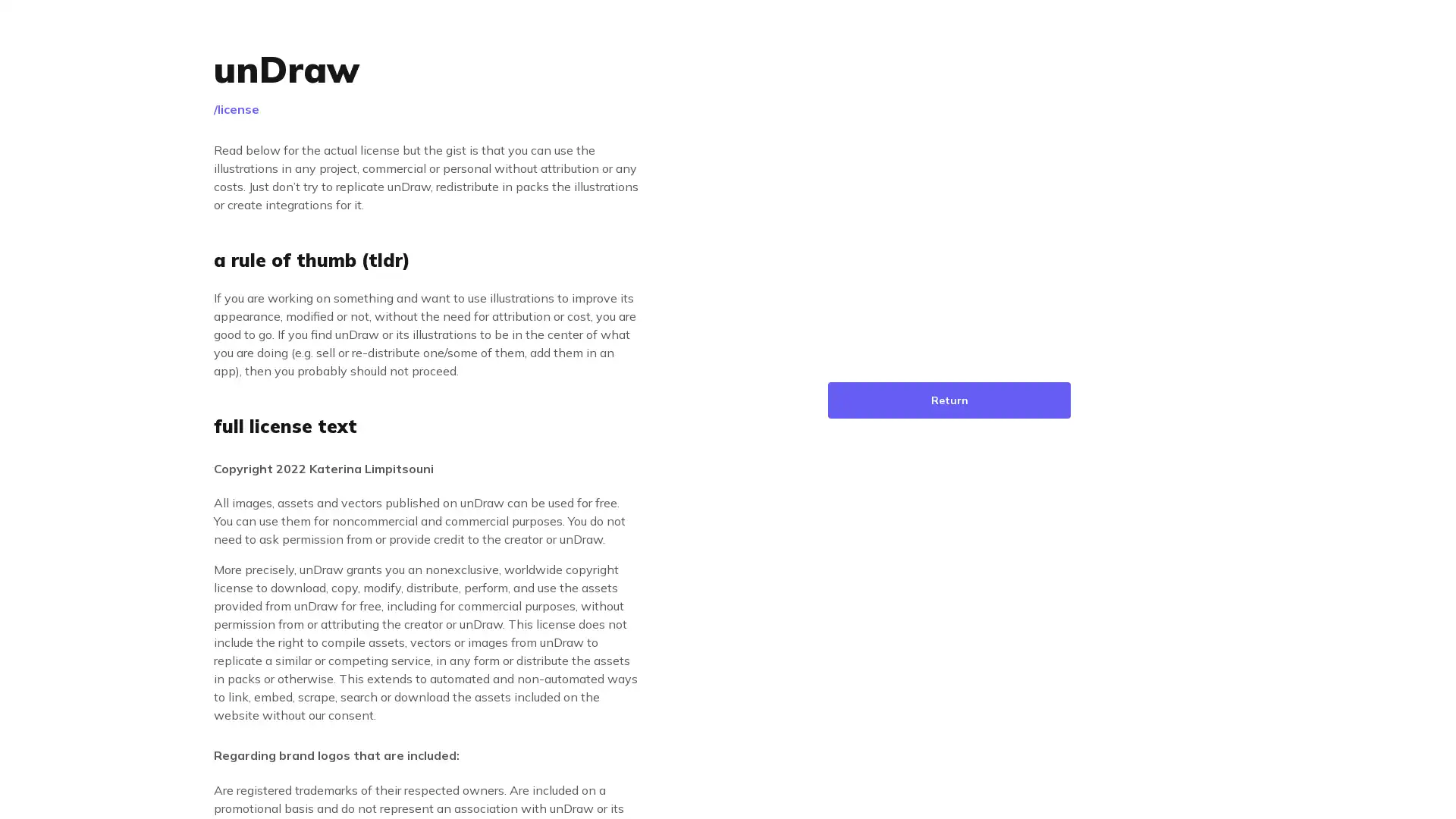 The image size is (1456, 819). Describe the element at coordinates (949, 400) in the screenshot. I see `Return` at that location.